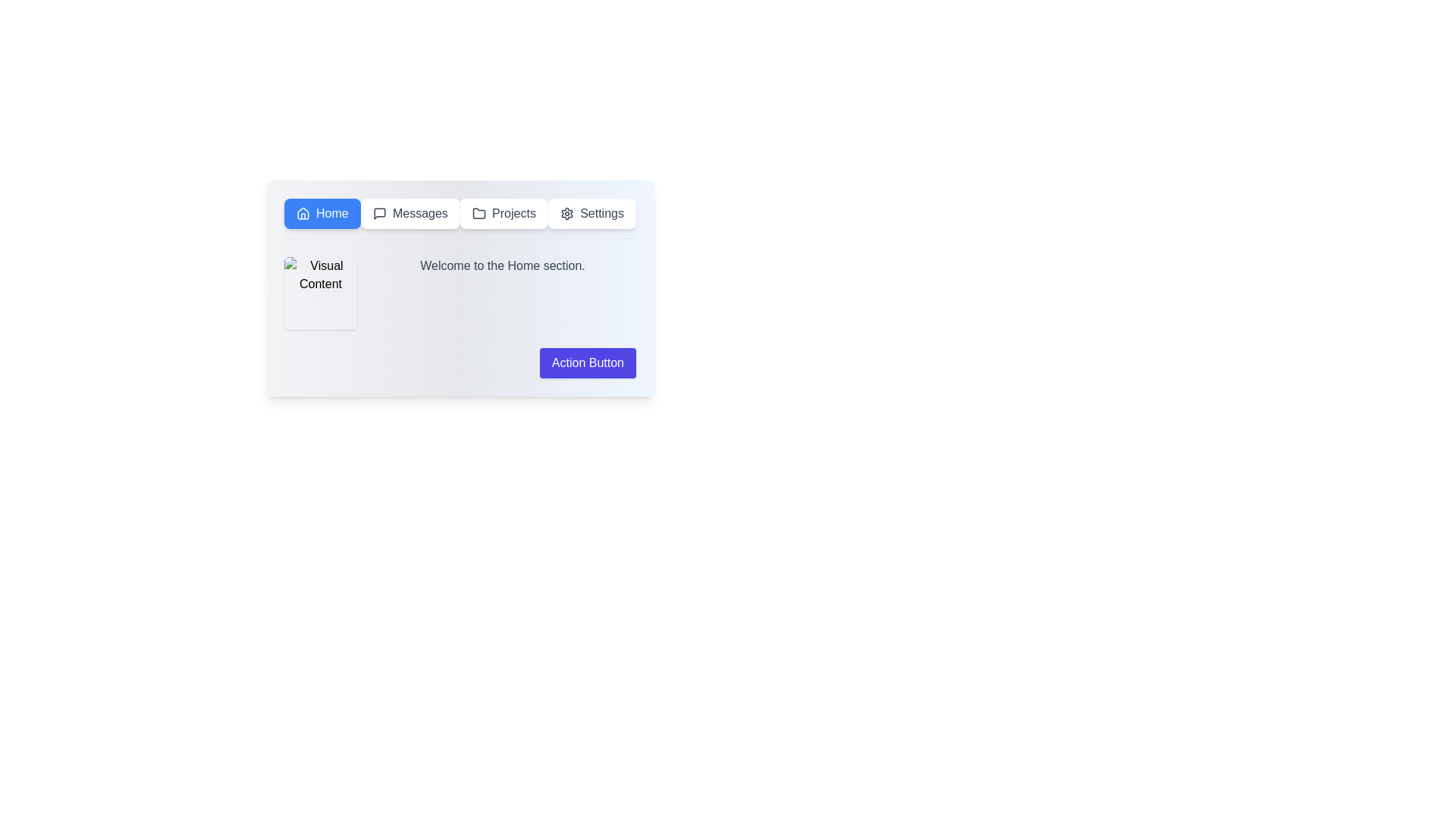  I want to click on the 'Home' icon located on the blue button within the horizontal navigation menu at the top of the interface, so click(303, 213).